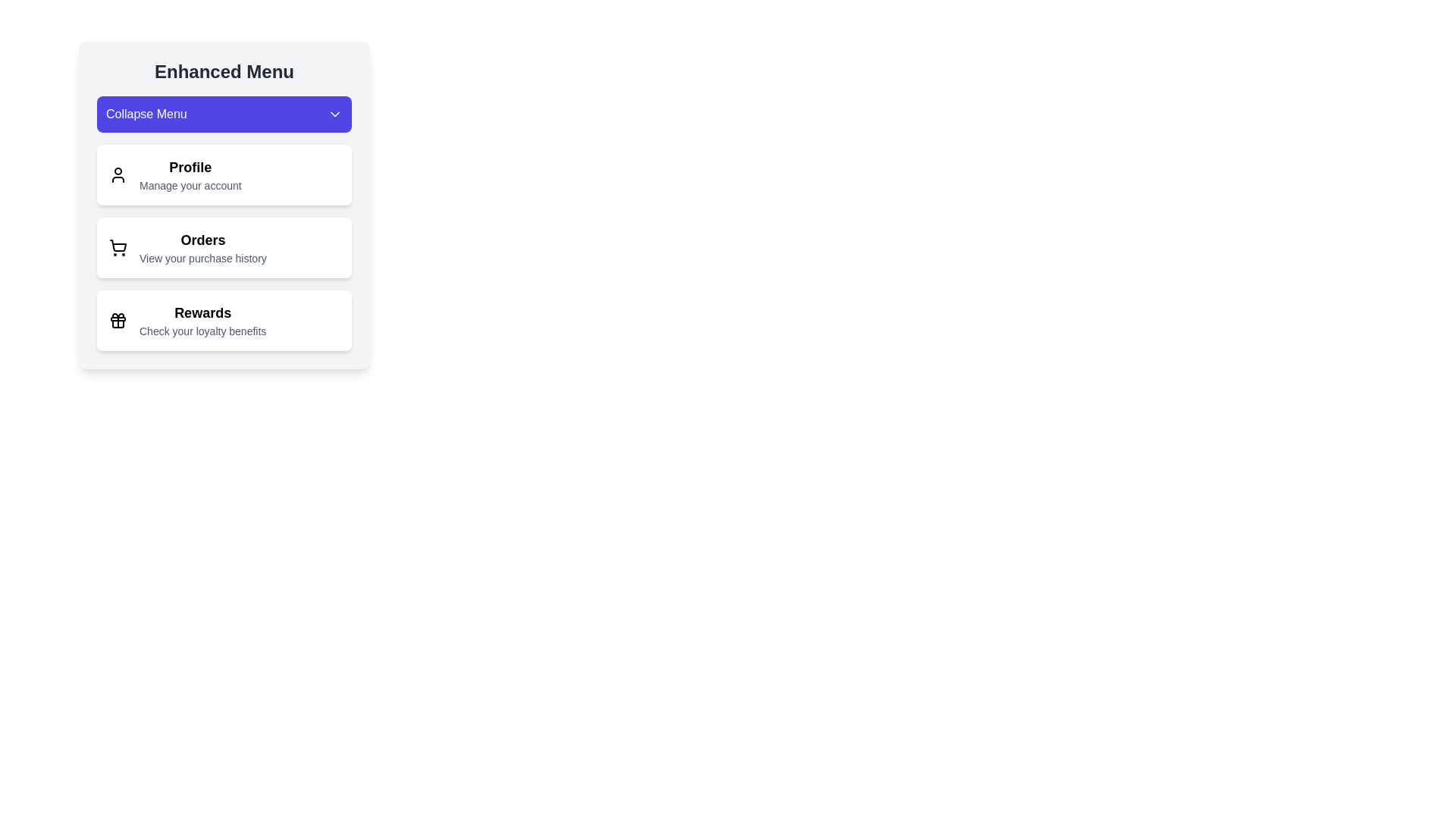 This screenshot has height=819, width=1456. Describe the element at coordinates (224, 205) in the screenshot. I see `the 'Profile' card within the 'Enhanced Menu' section` at that location.